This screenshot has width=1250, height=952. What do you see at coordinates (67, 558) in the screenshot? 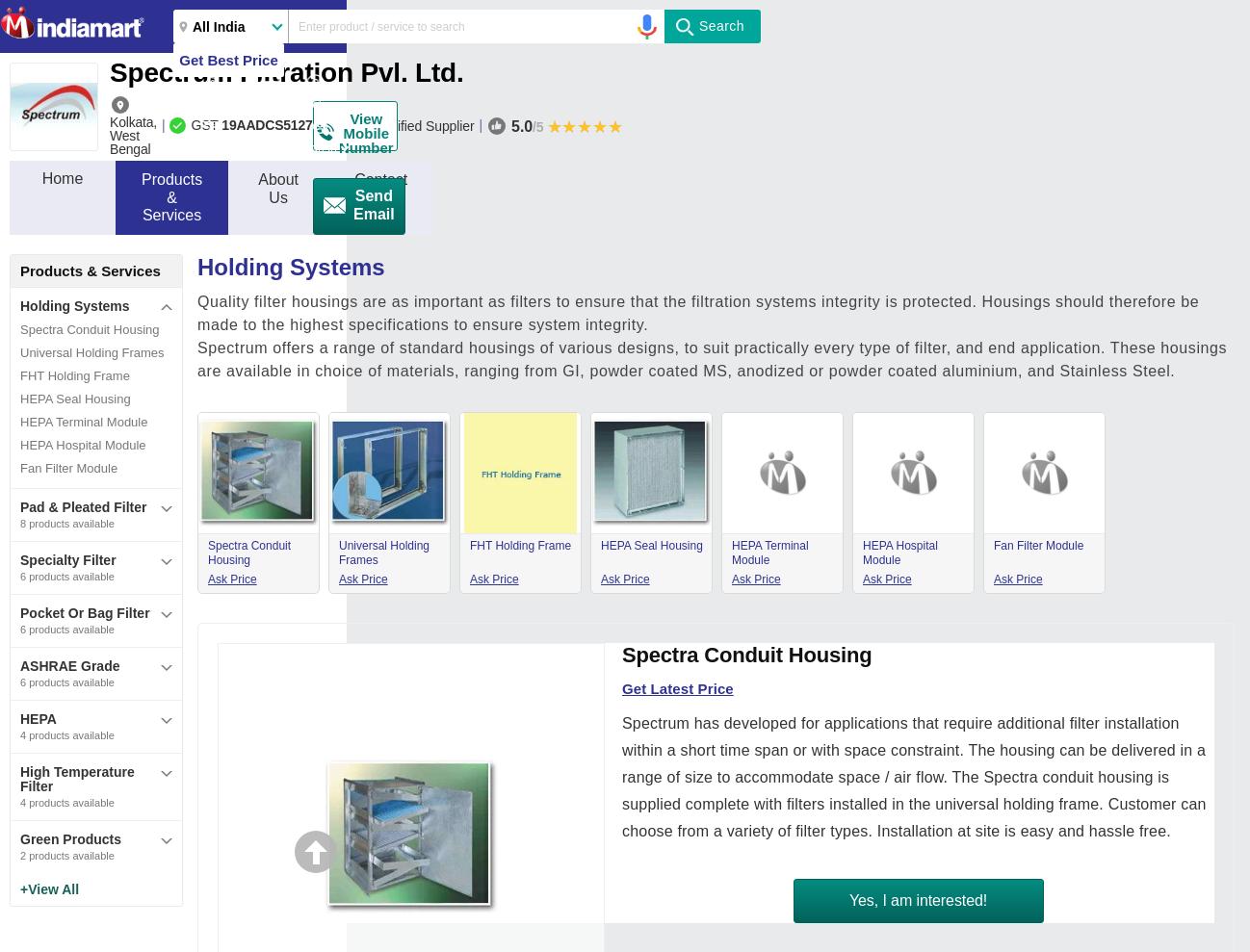
I see `'Specialty Filter'` at bounding box center [67, 558].